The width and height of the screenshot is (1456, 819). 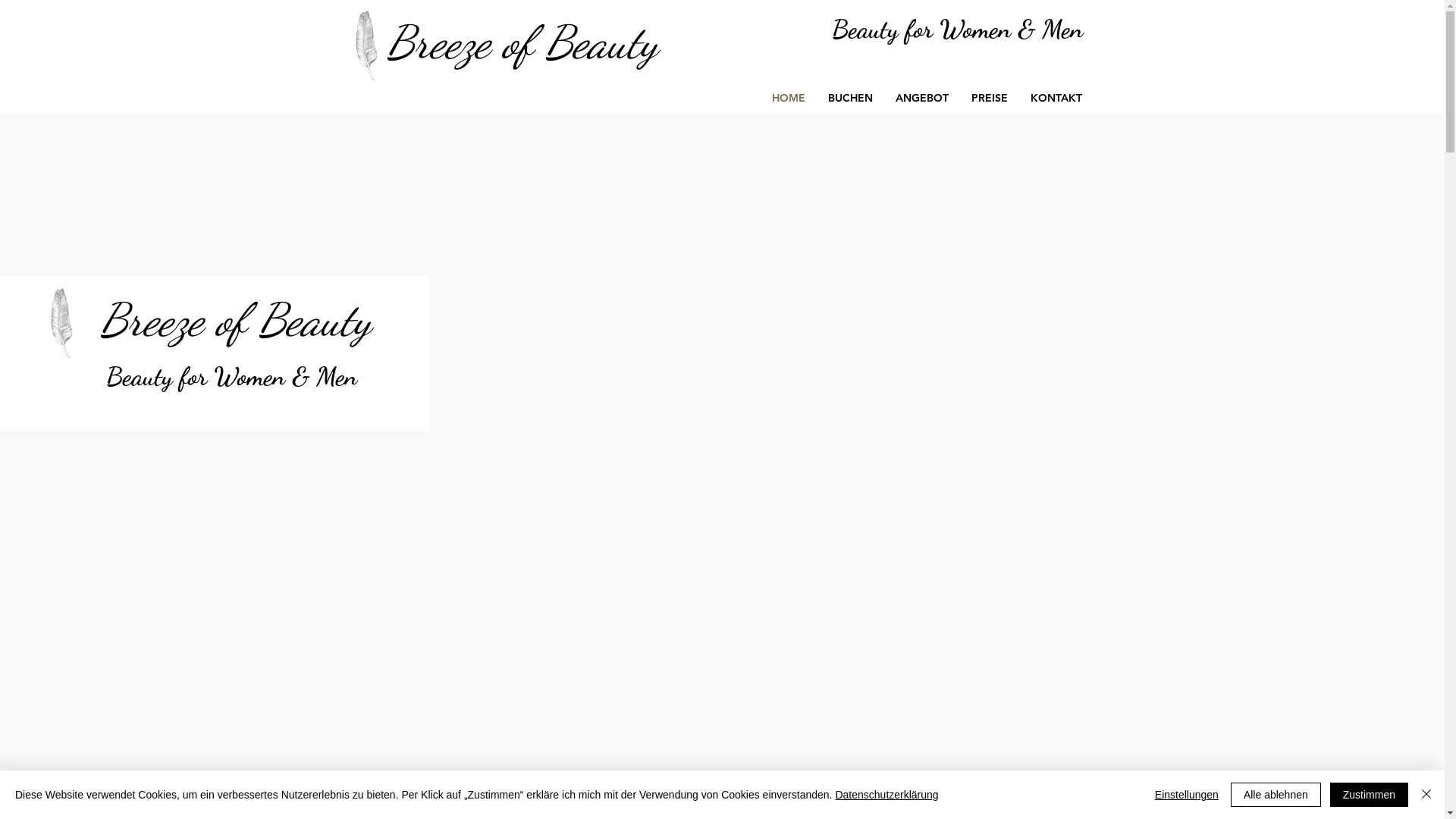 What do you see at coordinates (787, 98) in the screenshot?
I see `'HOME'` at bounding box center [787, 98].